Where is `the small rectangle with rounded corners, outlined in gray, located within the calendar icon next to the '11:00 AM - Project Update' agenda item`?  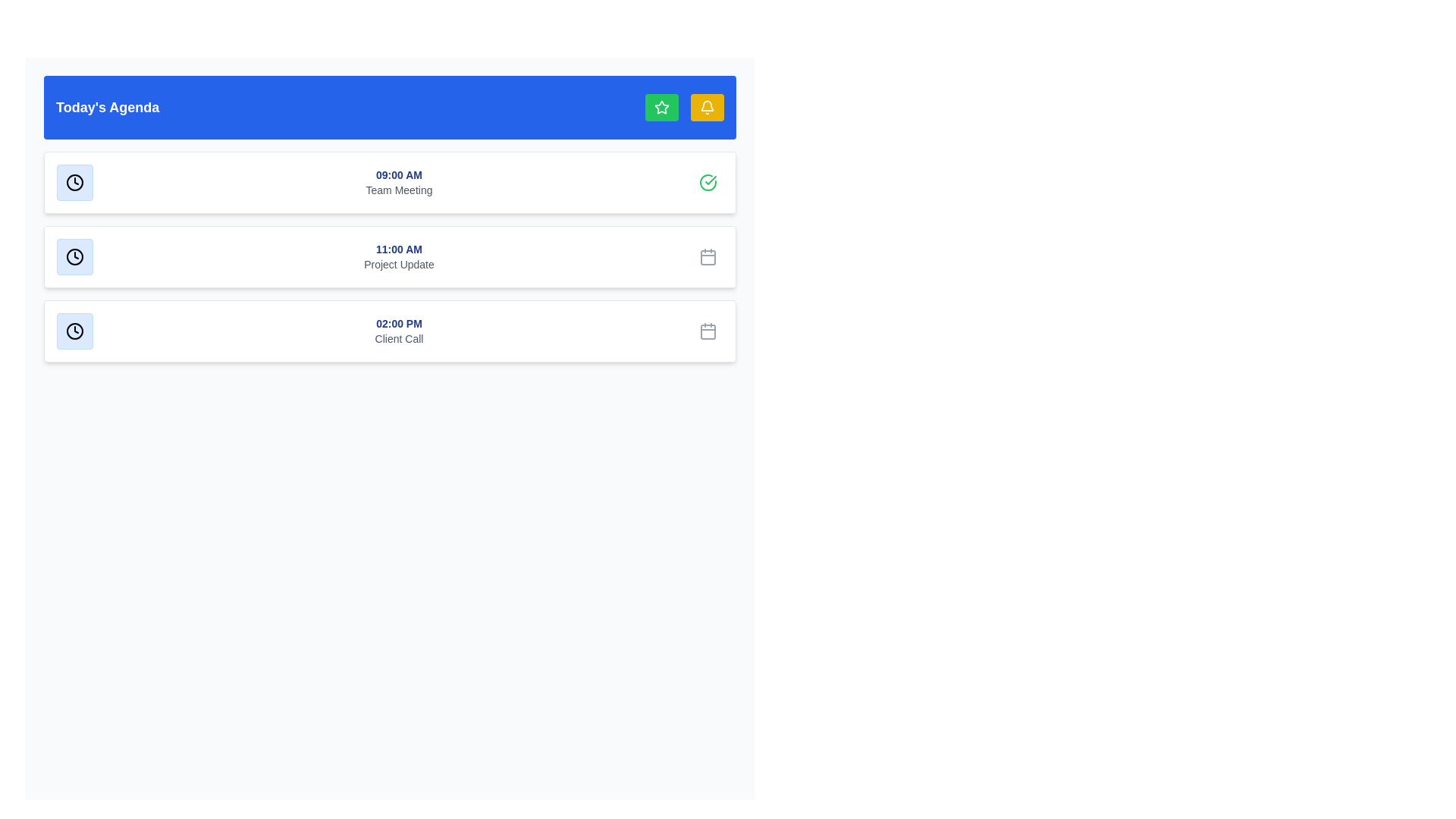 the small rectangle with rounded corners, outlined in gray, located within the calendar icon next to the '11:00 AM - Project Update' agenda item is located at coordinates (708, 256).